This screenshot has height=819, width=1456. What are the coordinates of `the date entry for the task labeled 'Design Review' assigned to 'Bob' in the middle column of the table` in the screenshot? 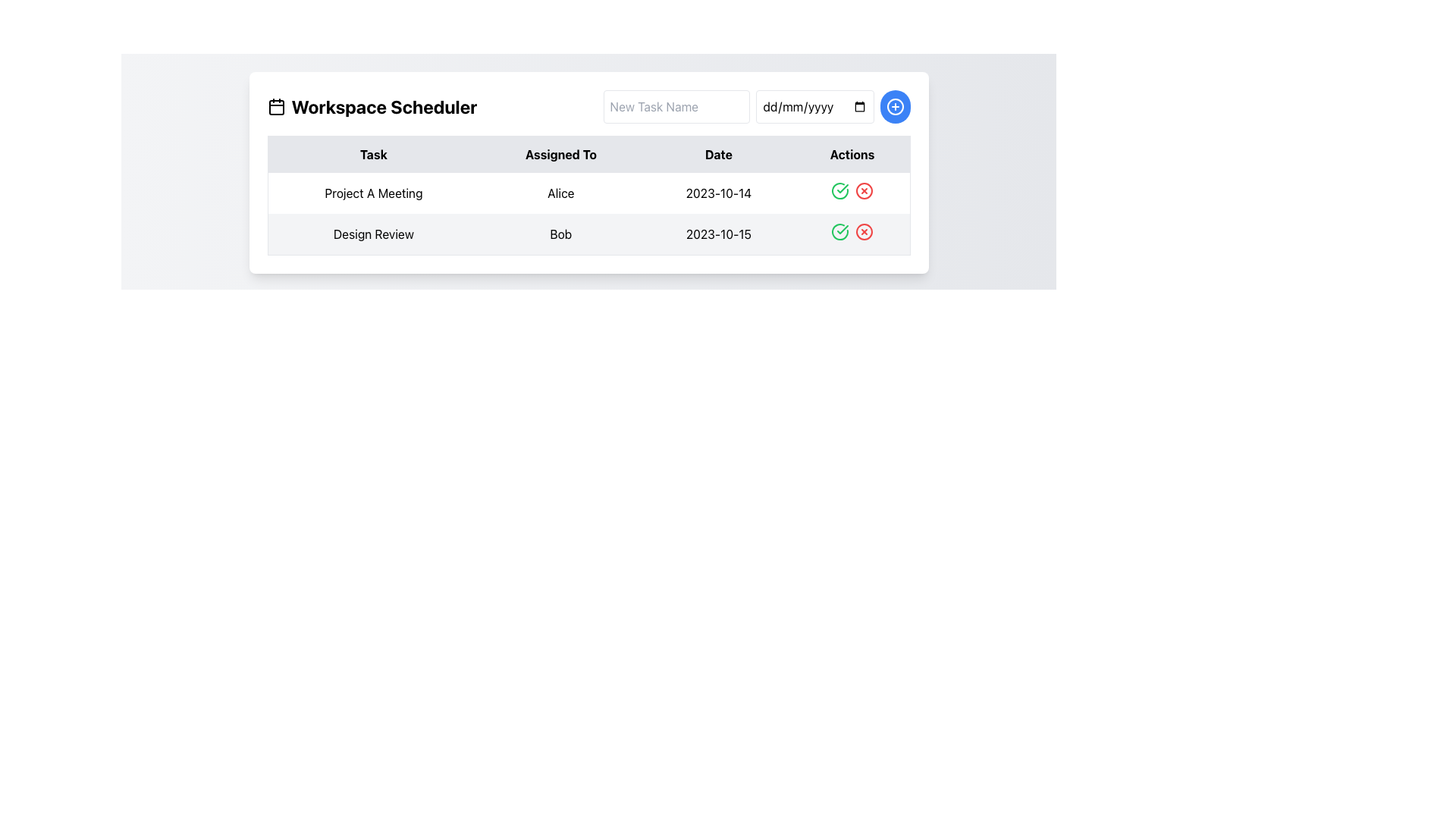 It's located at (717, 234).